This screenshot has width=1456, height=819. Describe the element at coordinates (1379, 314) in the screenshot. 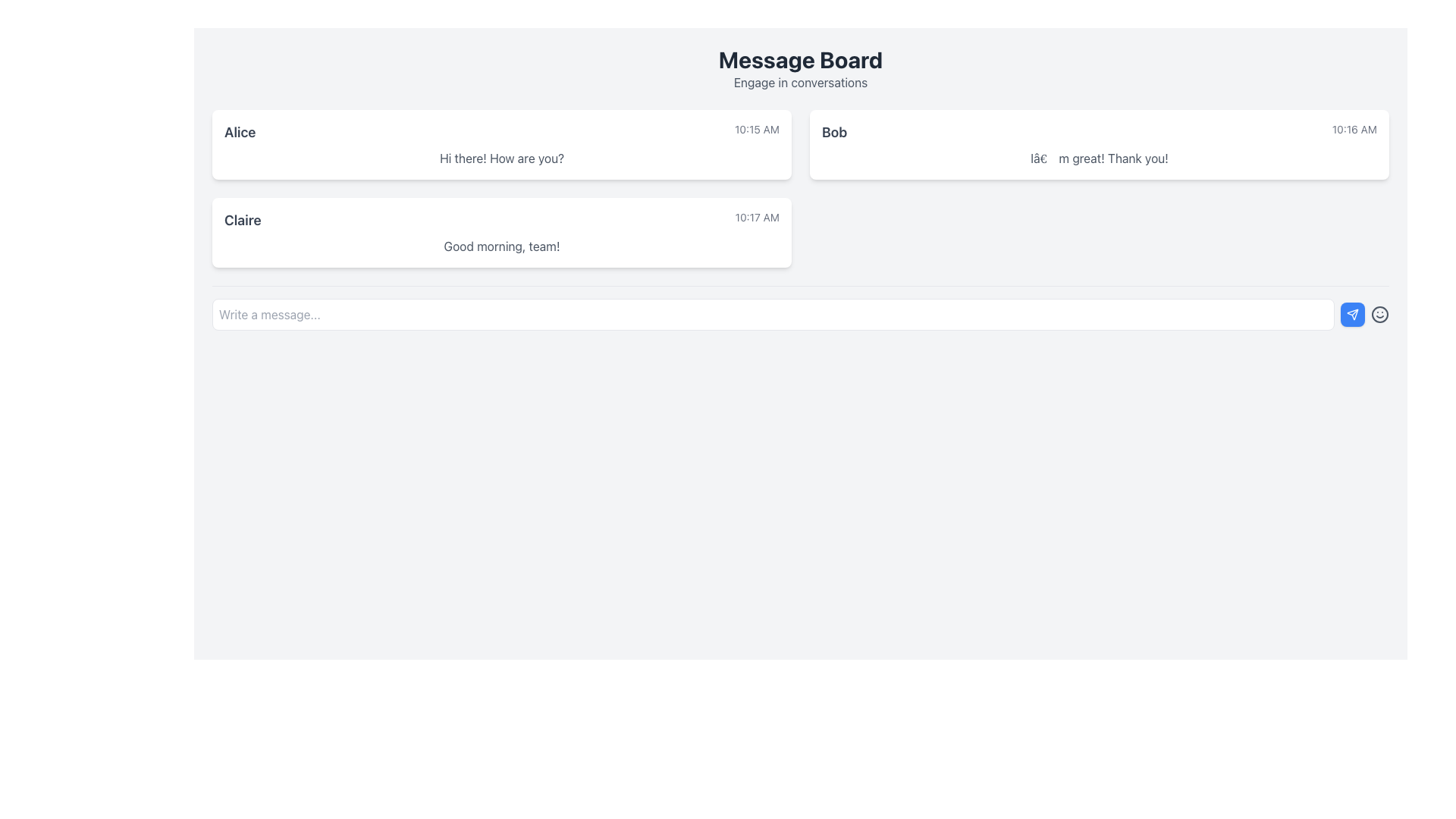

I see `the smiling face icon button, which is the third element in the horizontal arrangement of the input area, located at the far right of the text input box and send button` at that location.